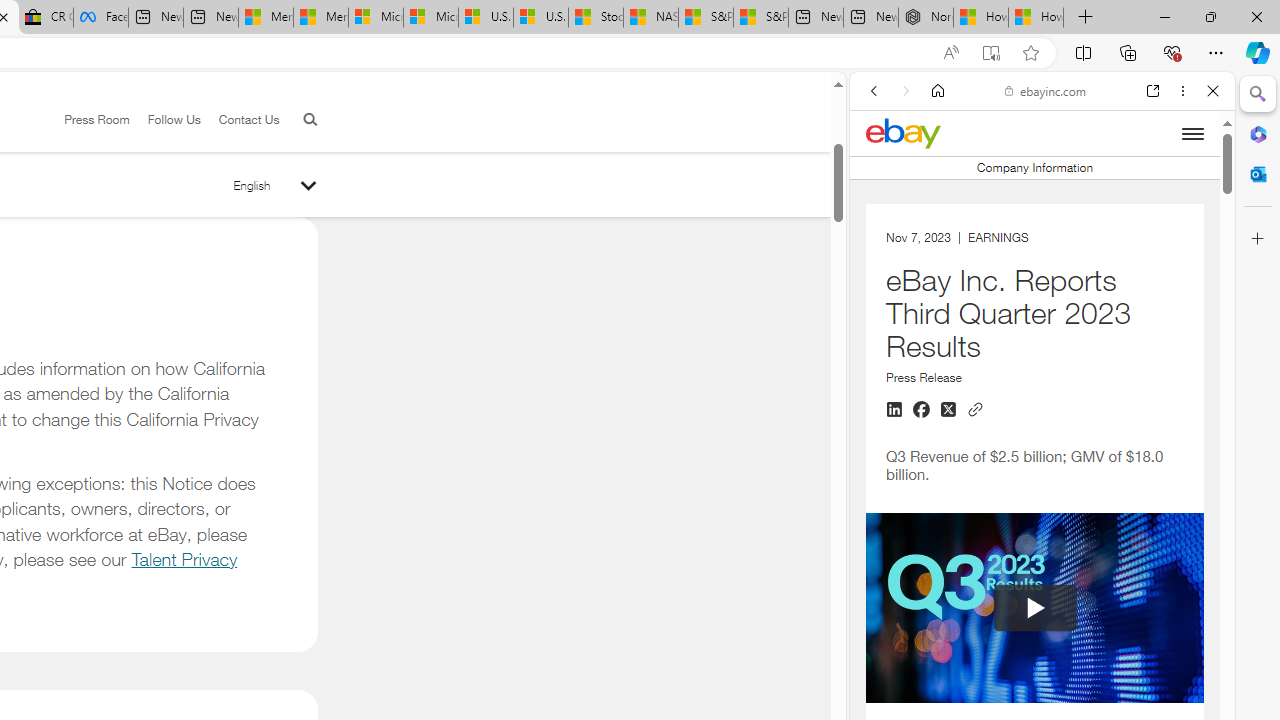 The height and width of the screenshot is (720, 1280). What do you see at coordinates (991, 52) in the screenshot?
I see `'Enter Immersive Reader (F9)'` at bounding box center [991, 52].